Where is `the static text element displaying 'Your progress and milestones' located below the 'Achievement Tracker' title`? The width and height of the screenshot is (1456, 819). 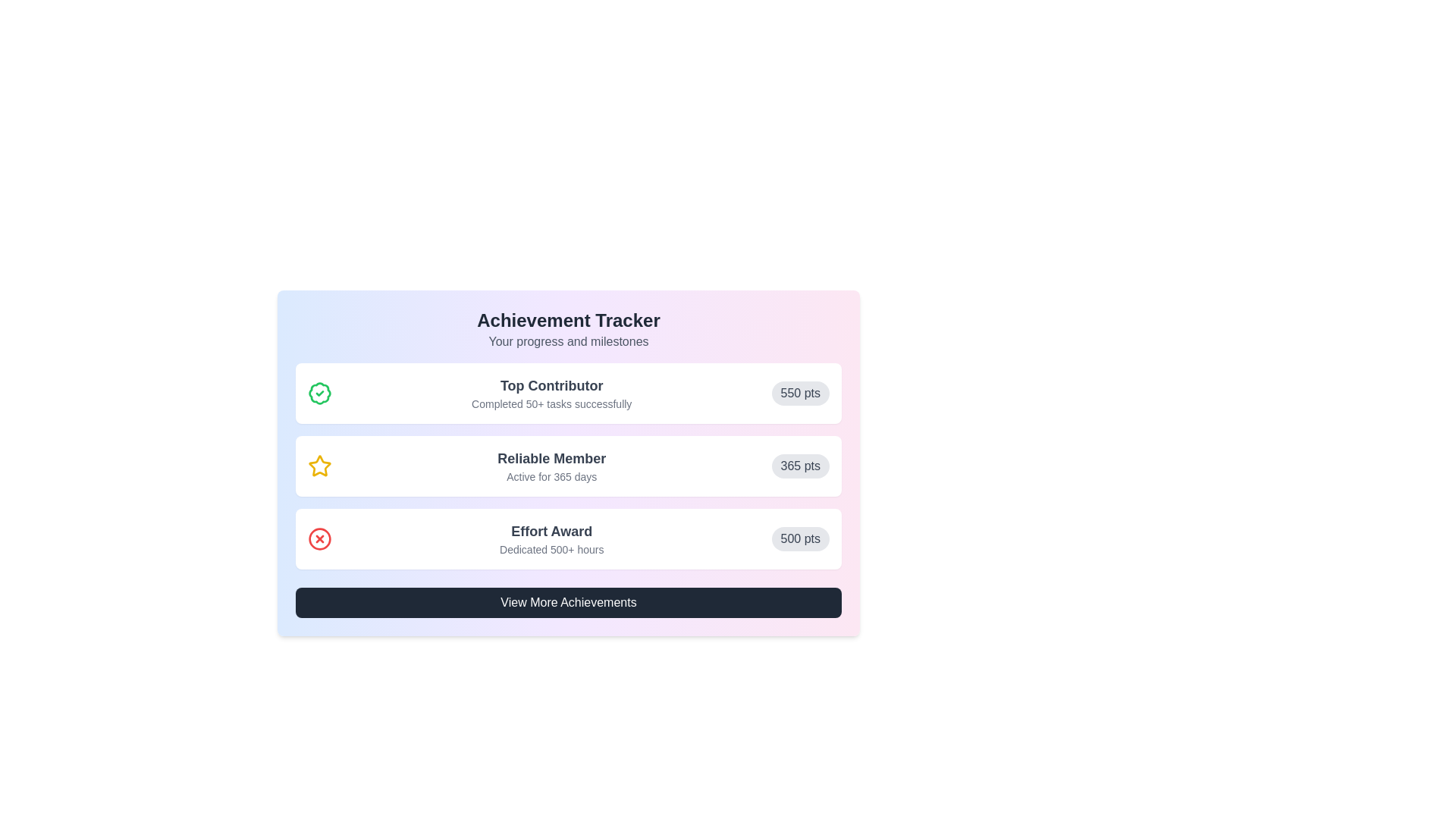 the static text element displaying 'Your progress and milestones' located below the 'Achievement Tracker' title is located at coordinates (567, 342).